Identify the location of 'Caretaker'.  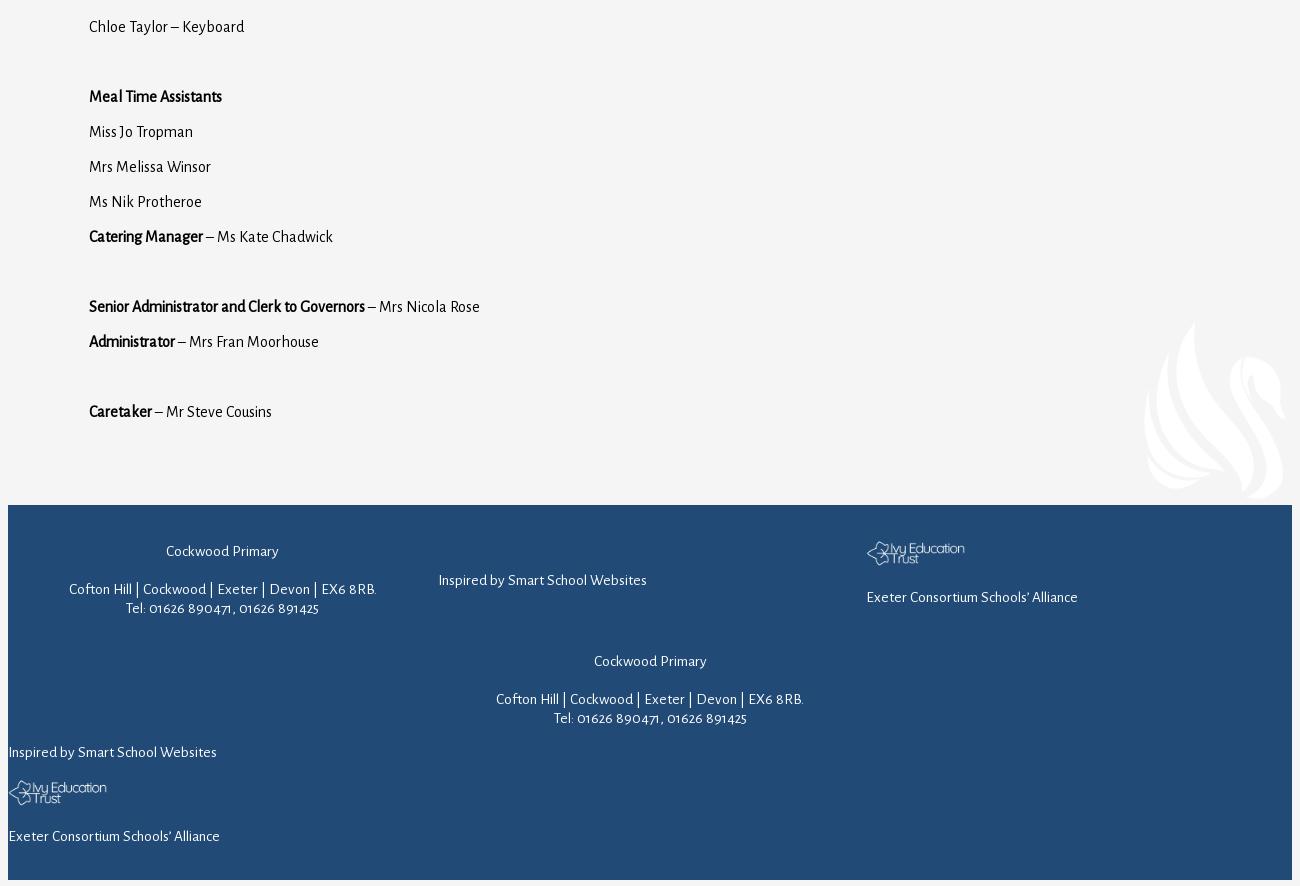
(119, 410).